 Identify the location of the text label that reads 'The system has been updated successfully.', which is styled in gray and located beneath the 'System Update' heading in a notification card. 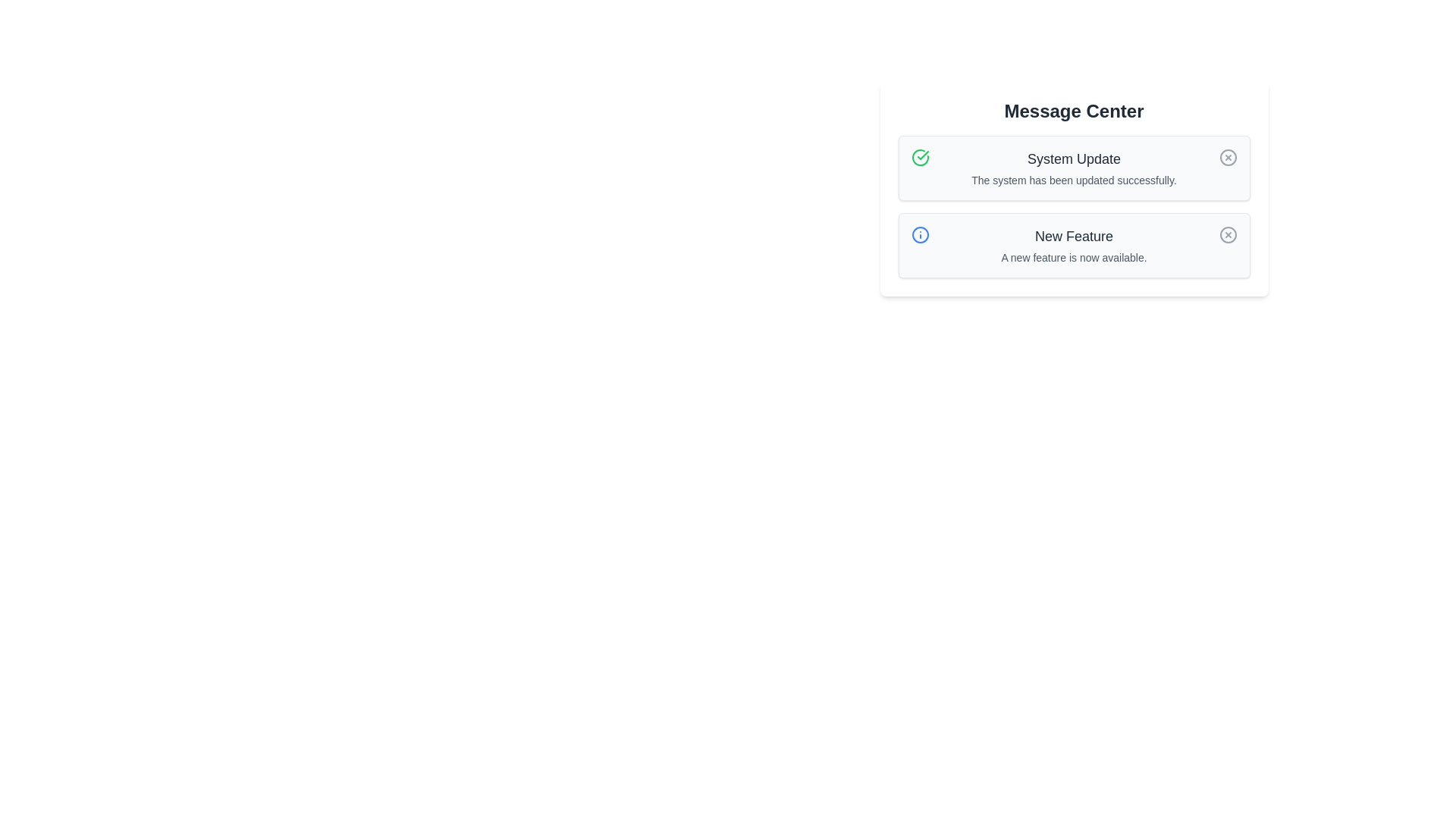
(1073, 180).